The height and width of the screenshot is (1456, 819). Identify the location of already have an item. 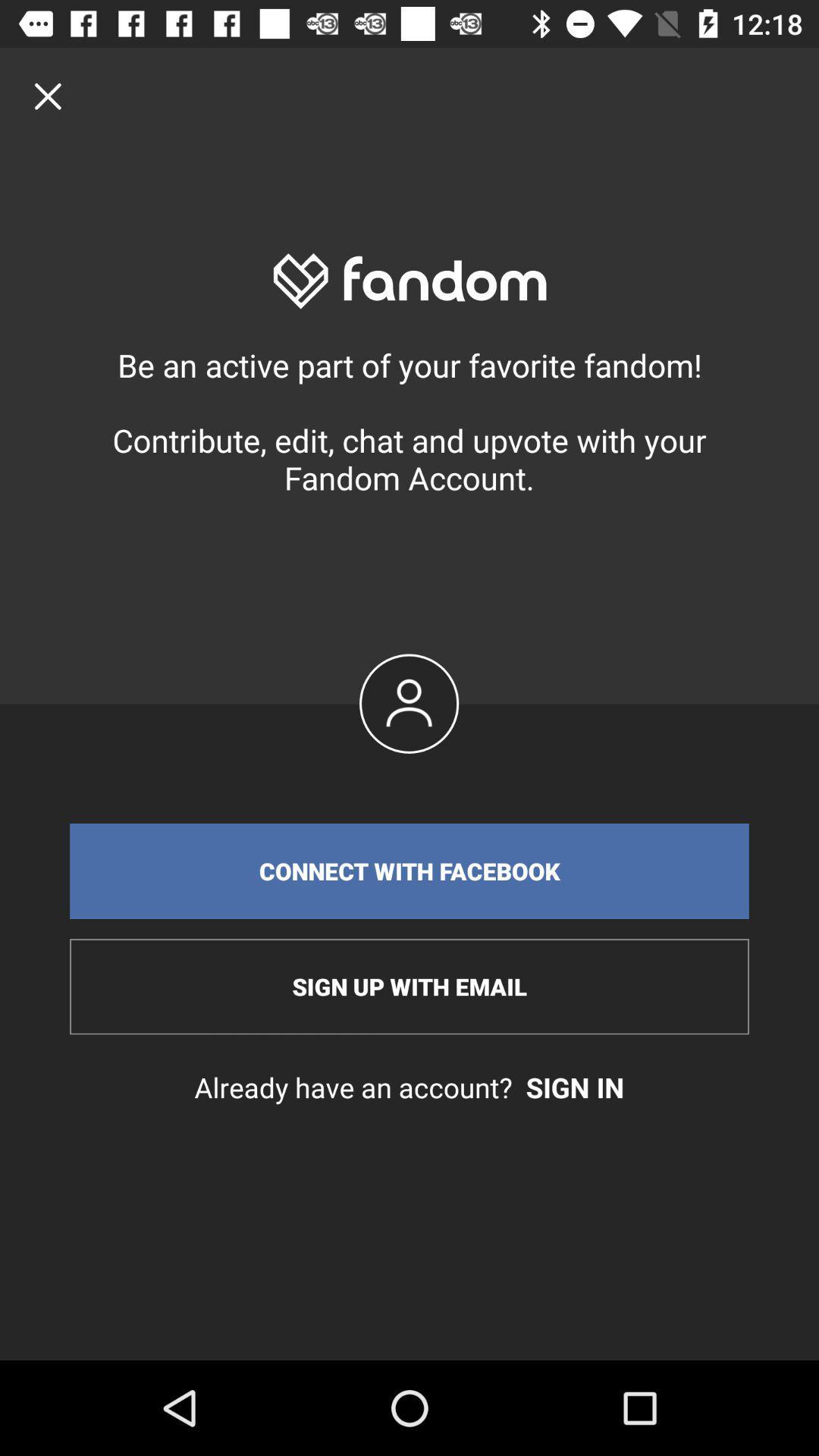
(409, 1087).